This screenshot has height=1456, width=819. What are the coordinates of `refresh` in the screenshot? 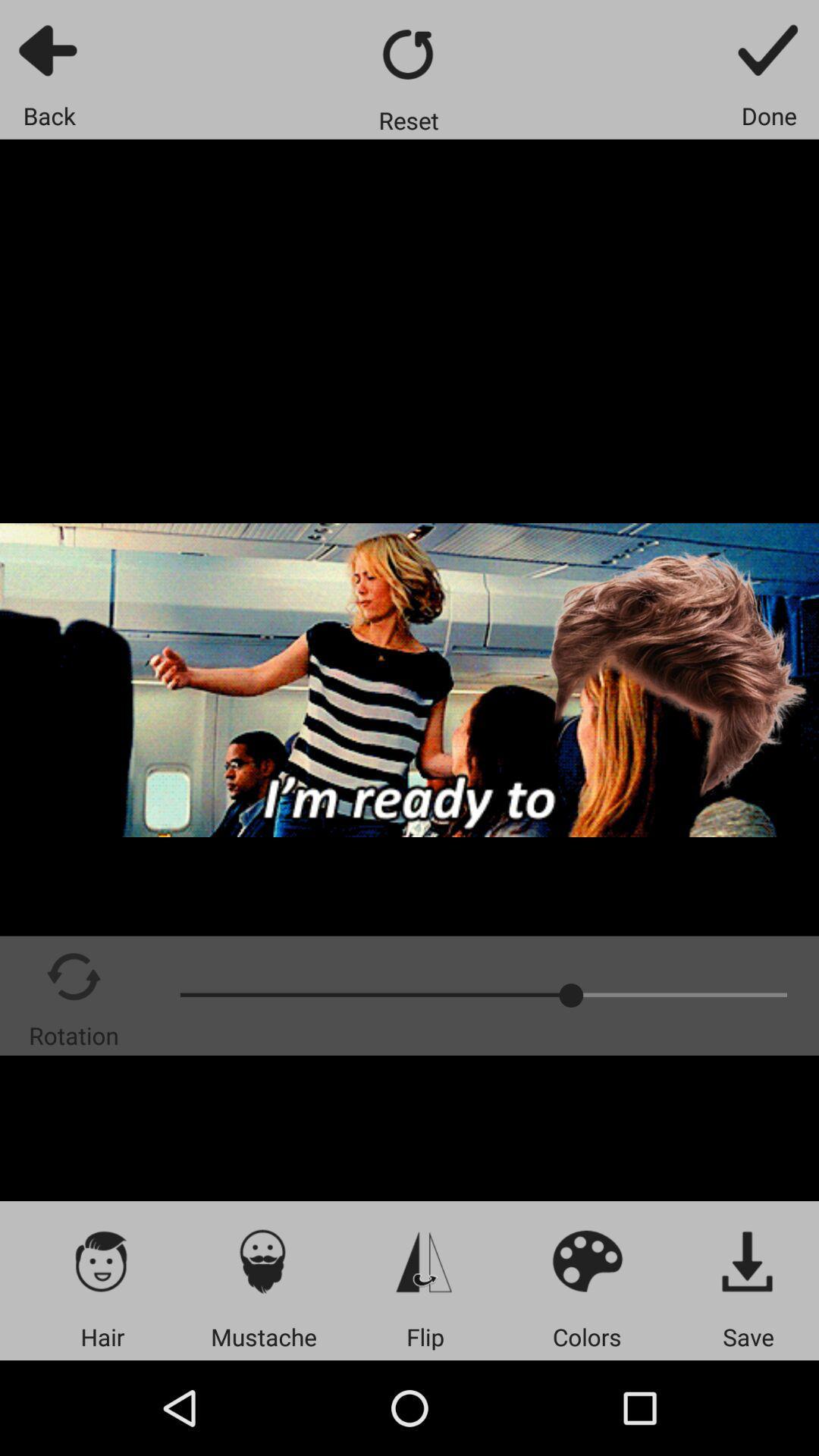 It's located at (408, 54).